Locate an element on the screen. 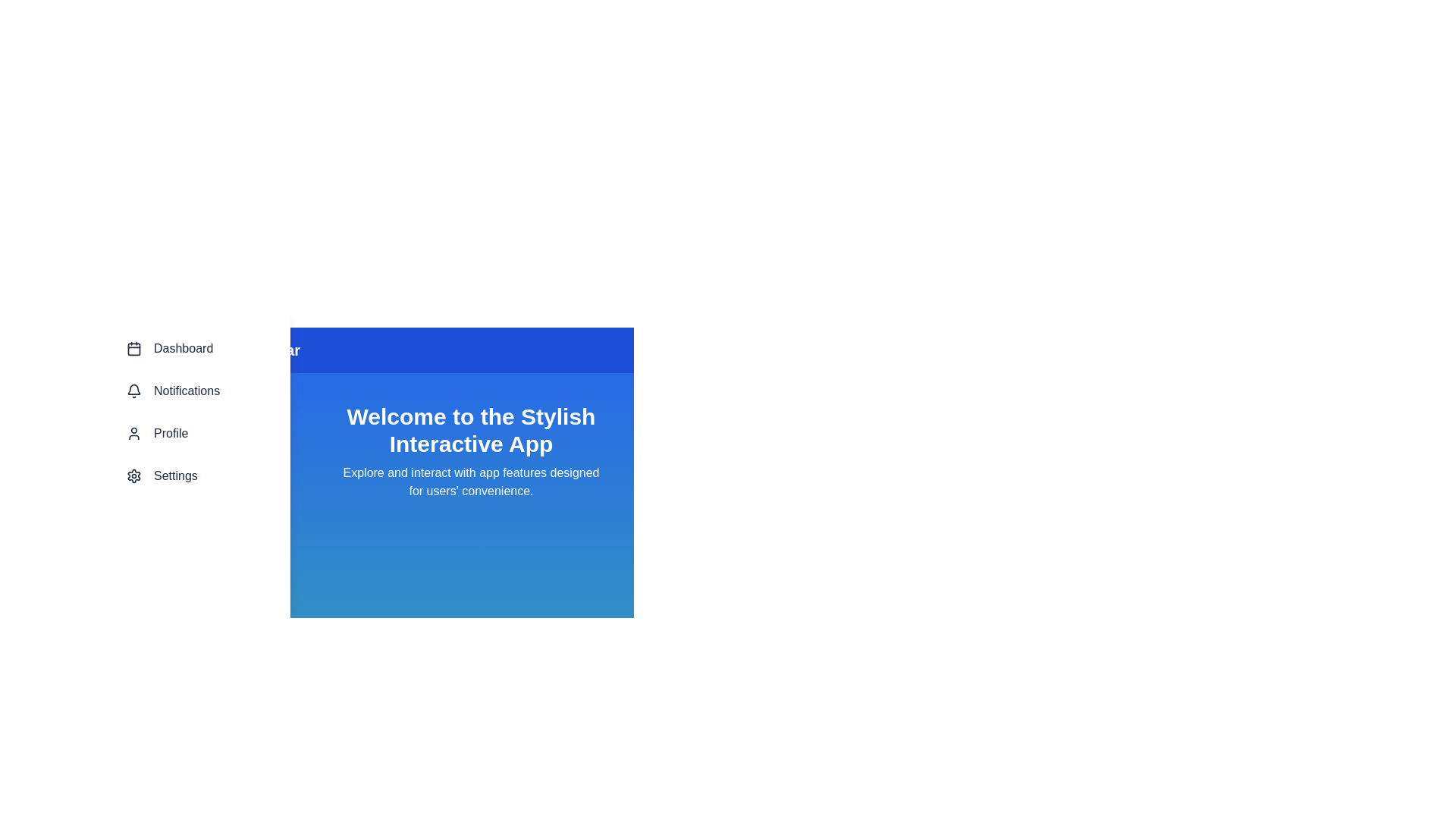 Image resolution: width=1456 pixels, height=819 pixels. the Dashboard section in the navigation bar to navigate to it is located at coordinates (192, 348).